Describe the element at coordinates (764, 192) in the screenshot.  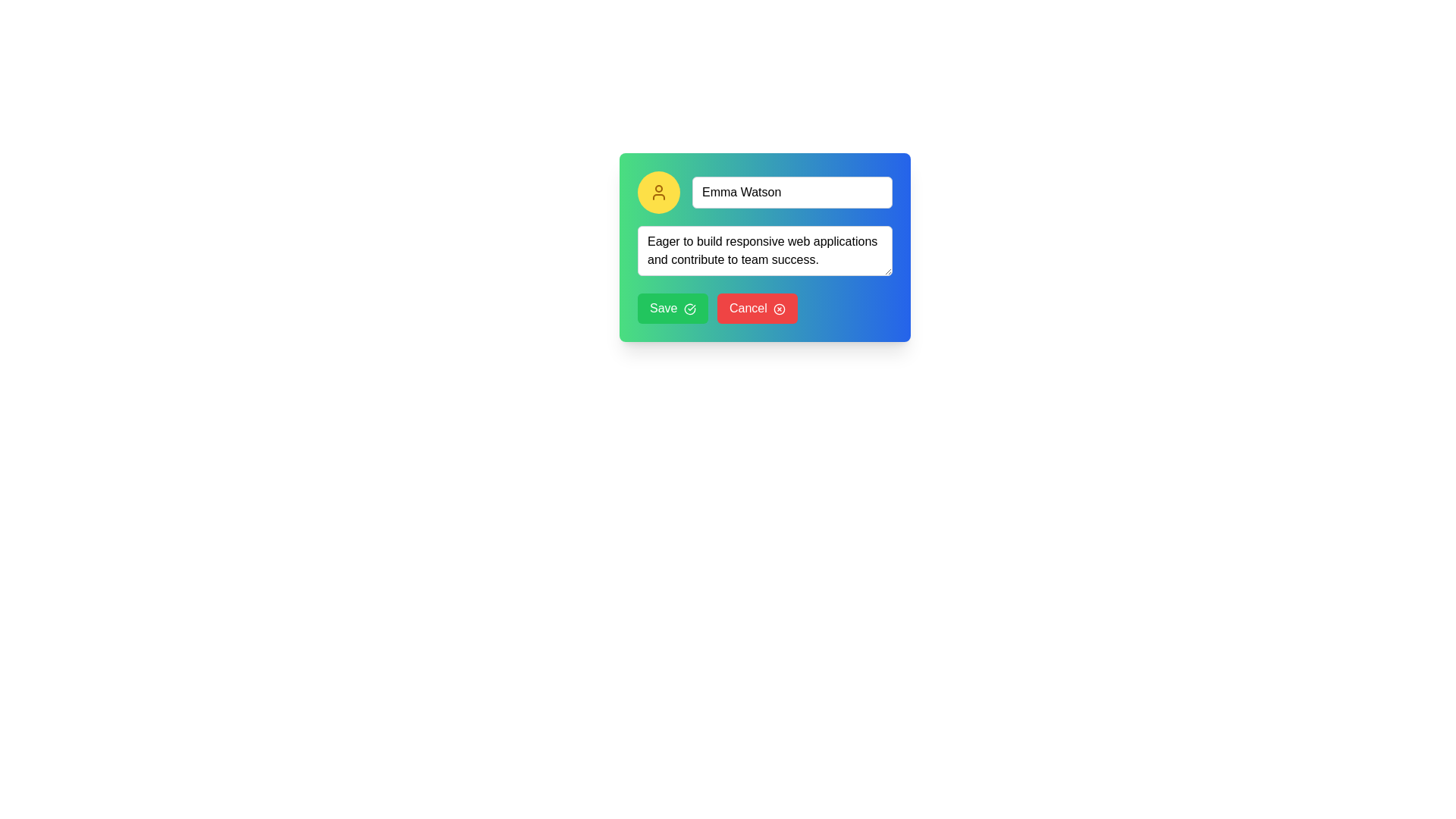
I see `the text input field next to the yellow circular avatar icon displaying 'Emma Watson' to edit text` at that location.